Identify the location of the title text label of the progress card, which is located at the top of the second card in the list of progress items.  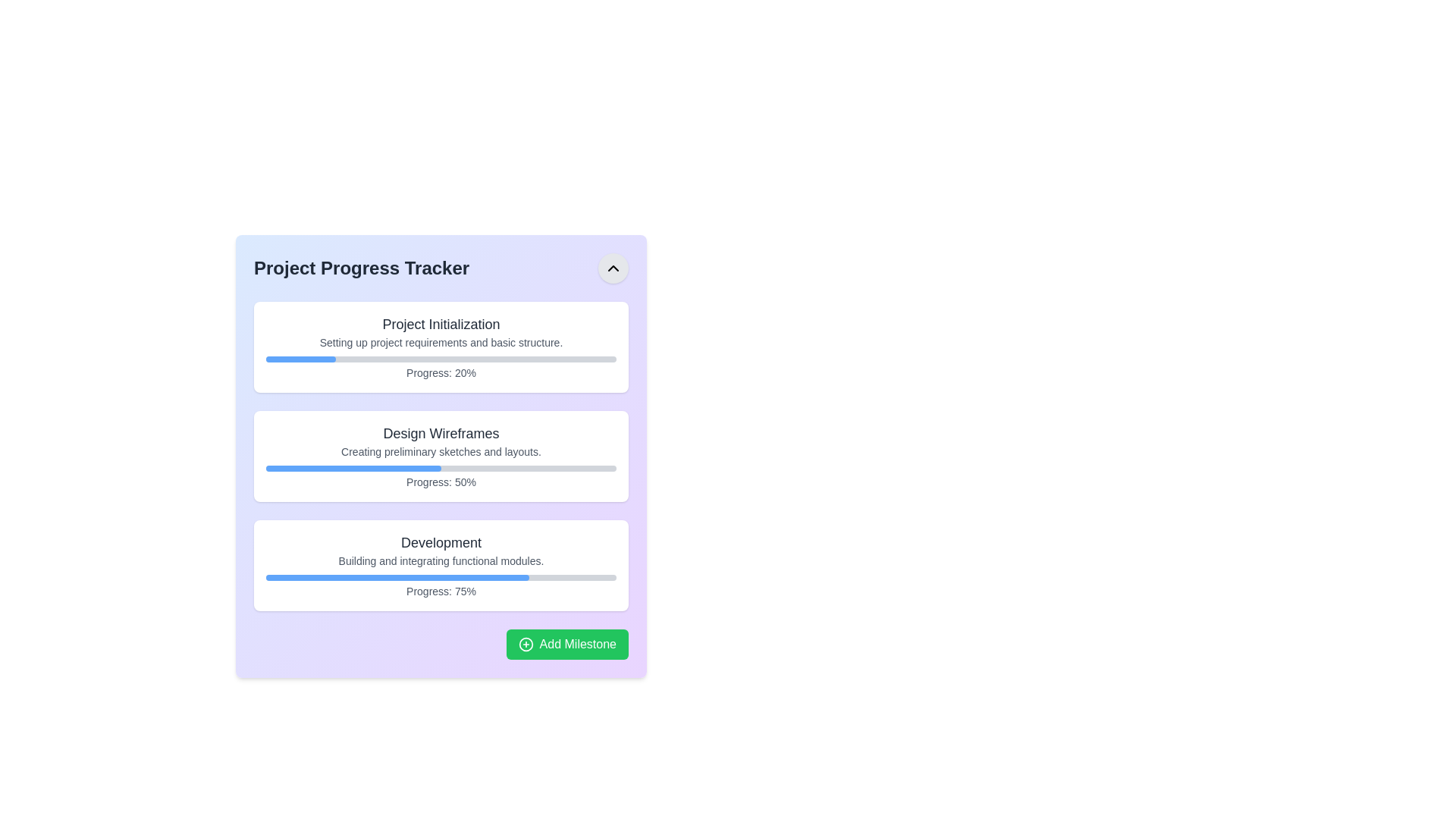
(440, 433).